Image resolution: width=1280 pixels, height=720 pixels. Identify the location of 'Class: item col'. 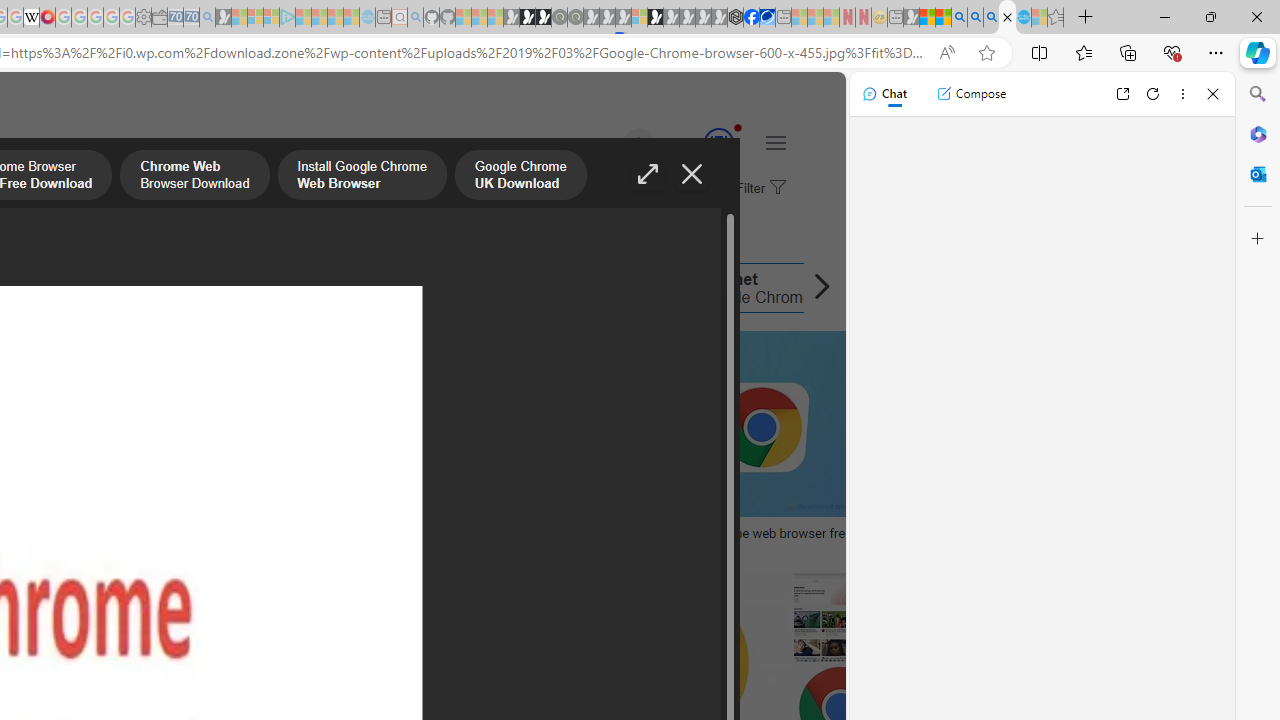
(737, 288).